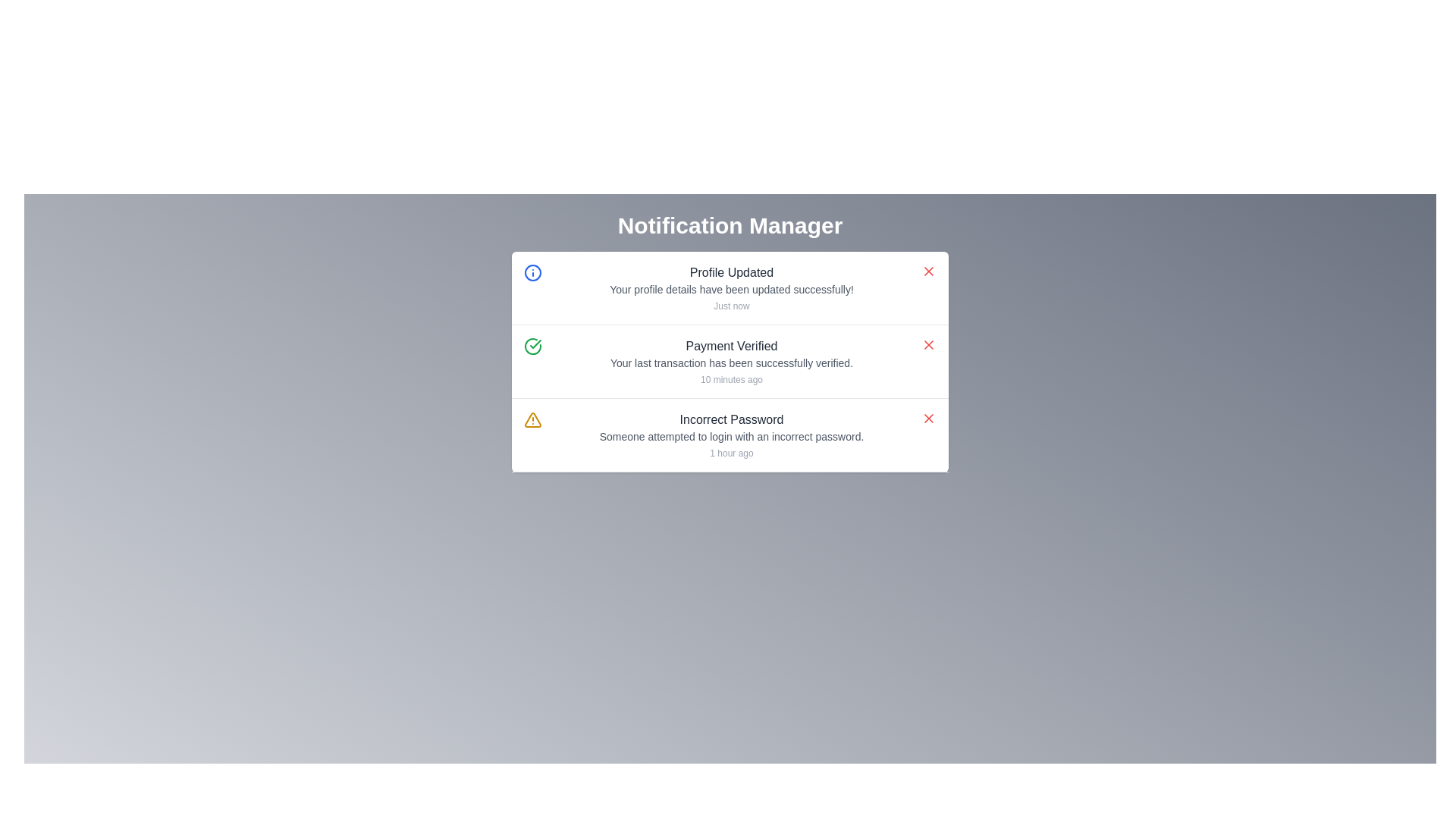  What do you see at coordinates (927, 271) in the screenshot?
I see `the close/delete icon button located in the upper-right corner of the 'Profile Updated' notification card` at bounding box center [927, 271].